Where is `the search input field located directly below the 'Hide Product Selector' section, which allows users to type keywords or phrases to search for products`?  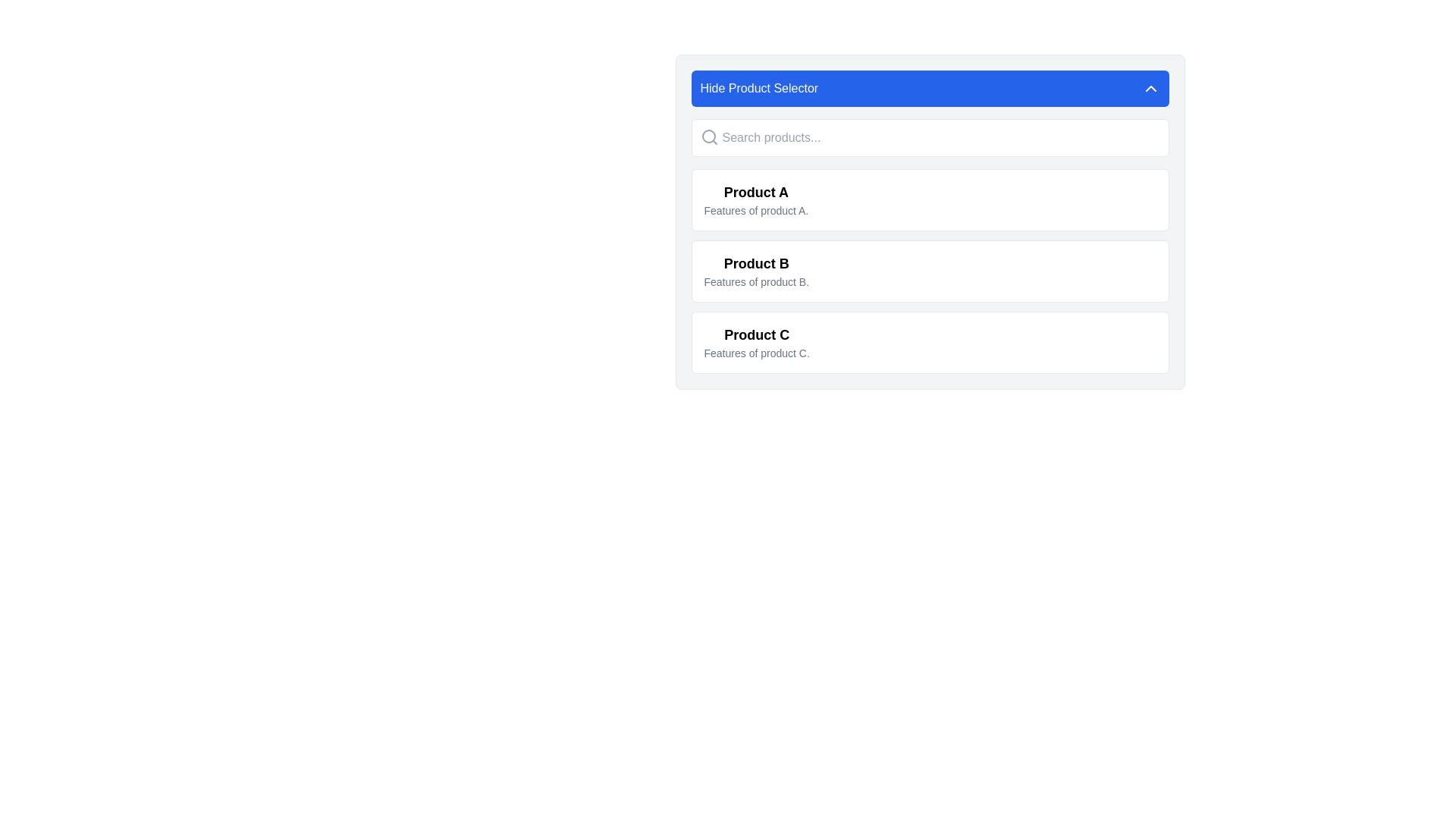
the search input field located directly below the 'Hide Product Selector' section, which allows users to type keywords or phrases to search for products is located at coordinates (929, 137).